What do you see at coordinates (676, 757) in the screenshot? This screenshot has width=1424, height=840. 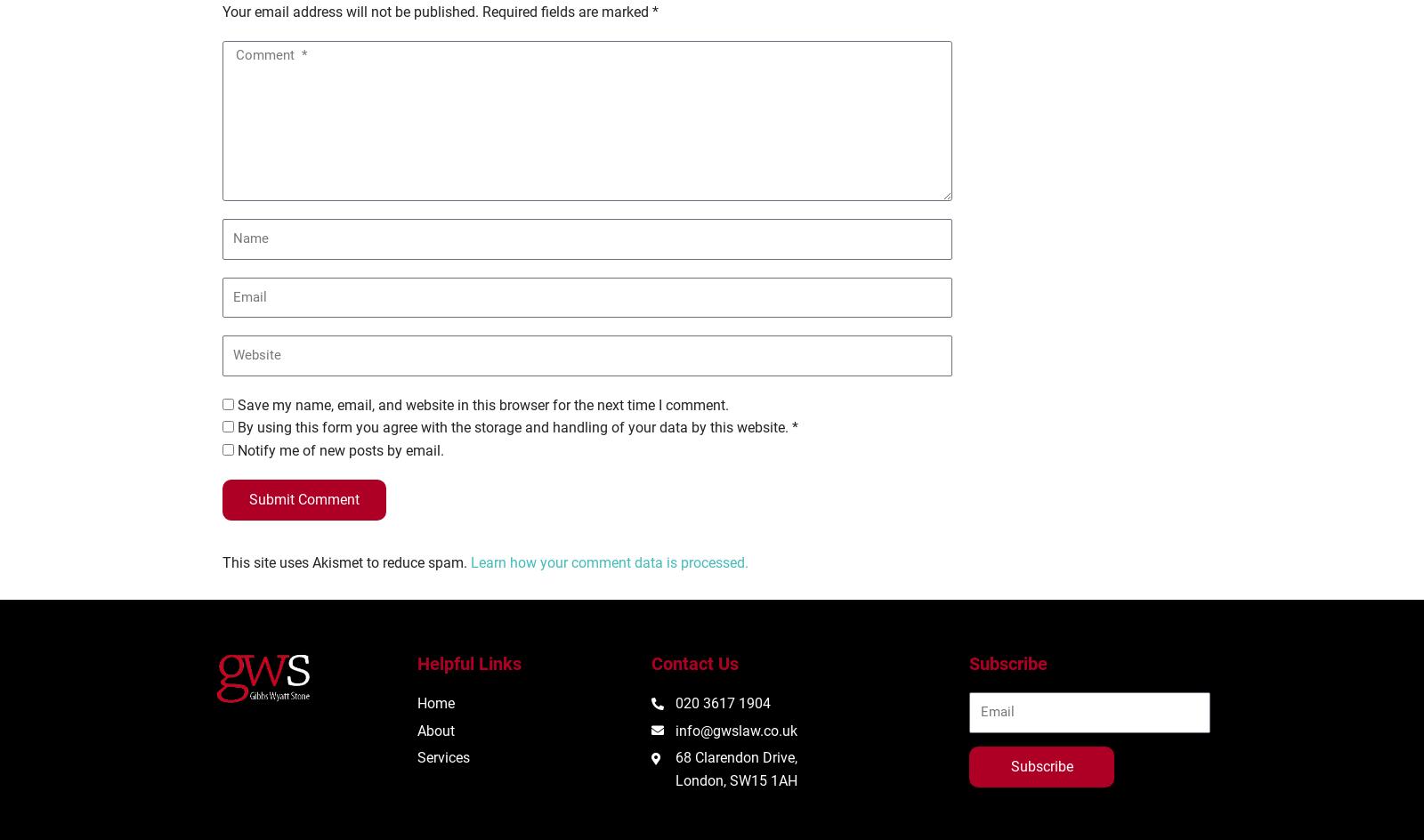 I see `'68 Clarendon Drive,'` at bounding box center [676, 757].